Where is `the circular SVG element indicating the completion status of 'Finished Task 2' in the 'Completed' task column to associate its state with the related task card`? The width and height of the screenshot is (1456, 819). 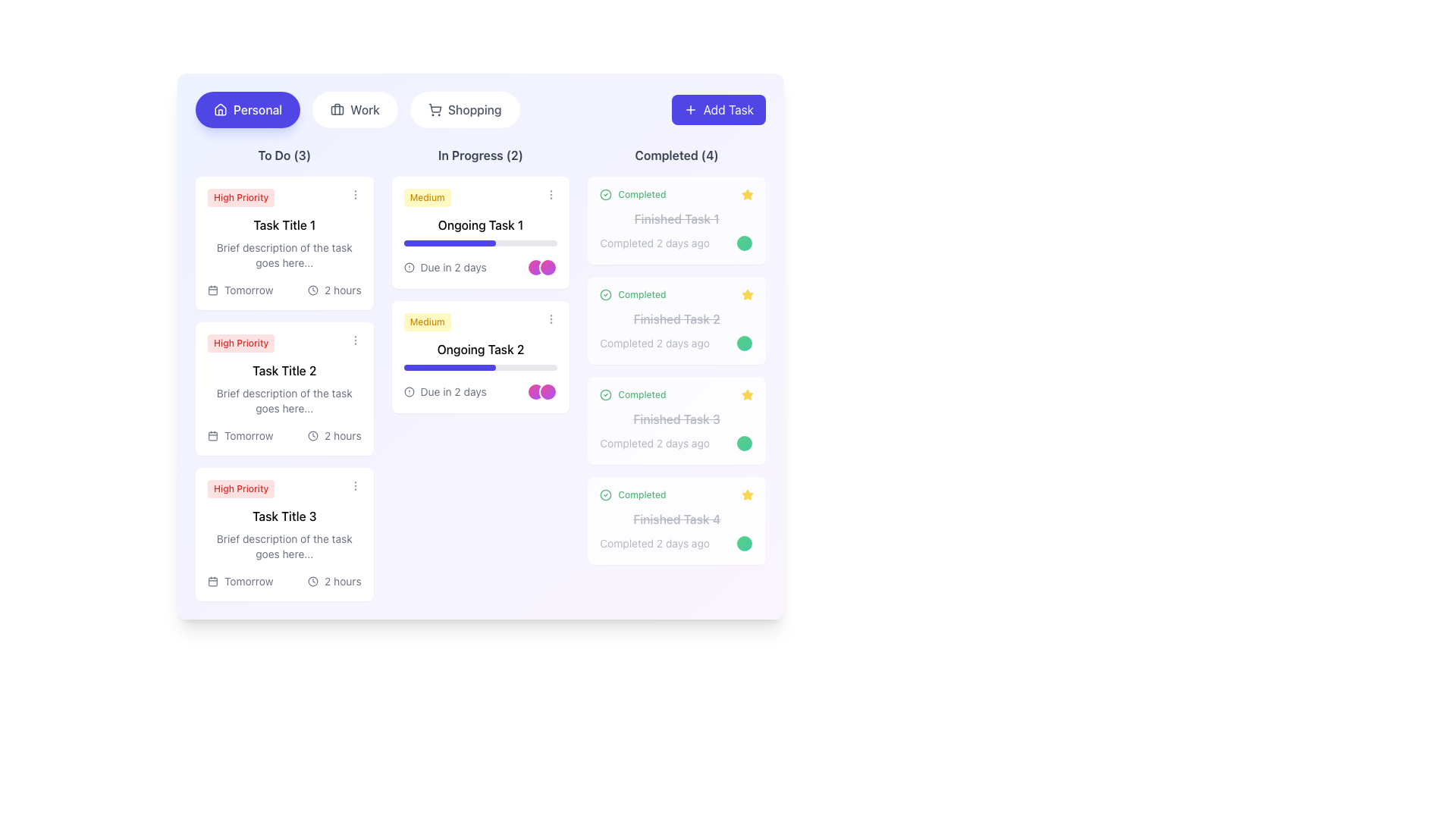
the circular SVG element indicating the completion status of 'Finished Task 2' in the 'Completed' task column to associate its state with the related task card is located at coordinates (605, 295).